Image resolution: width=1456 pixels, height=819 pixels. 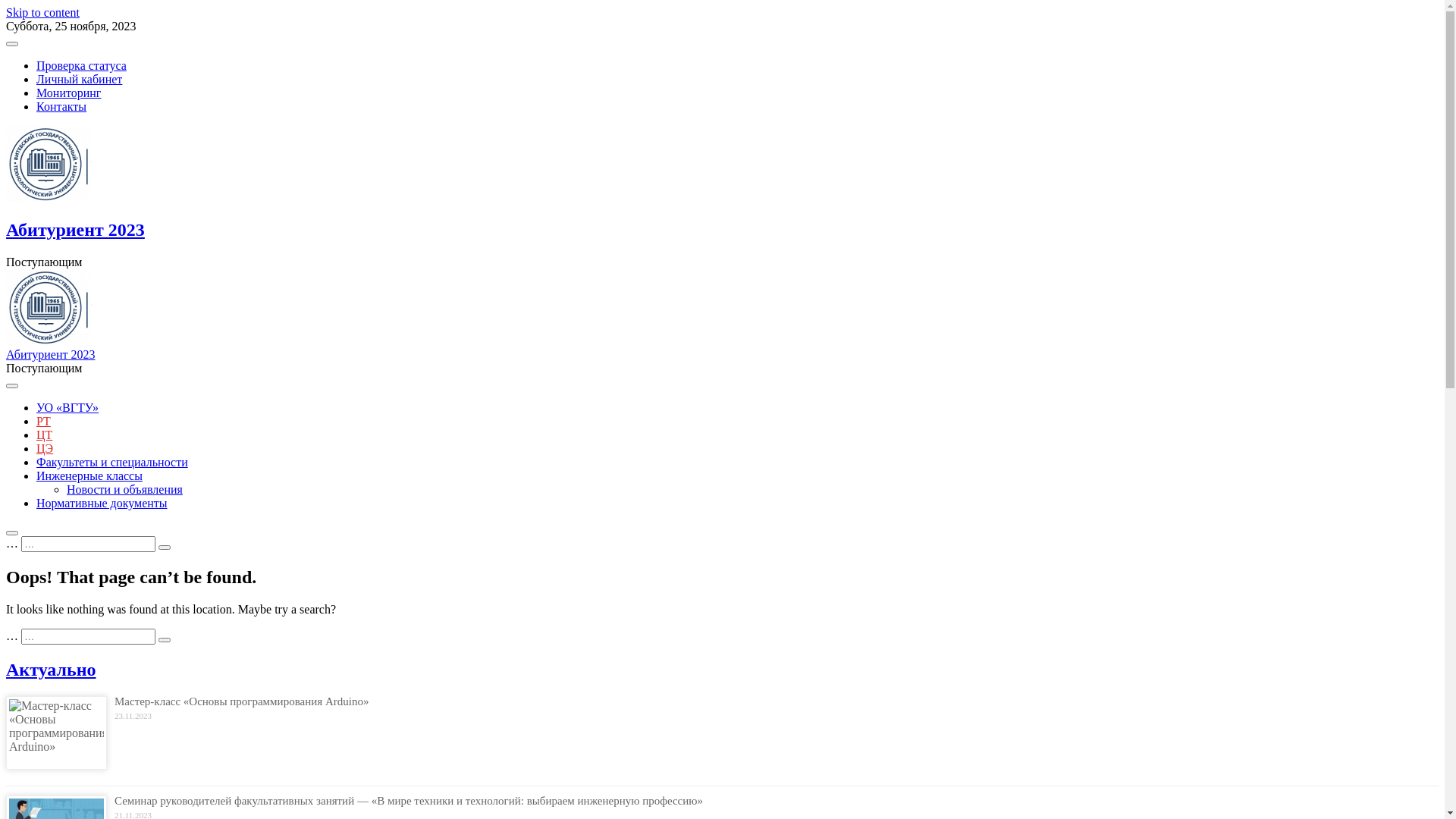 I want to click on 'Skip to content', so click(x=6, y=12).